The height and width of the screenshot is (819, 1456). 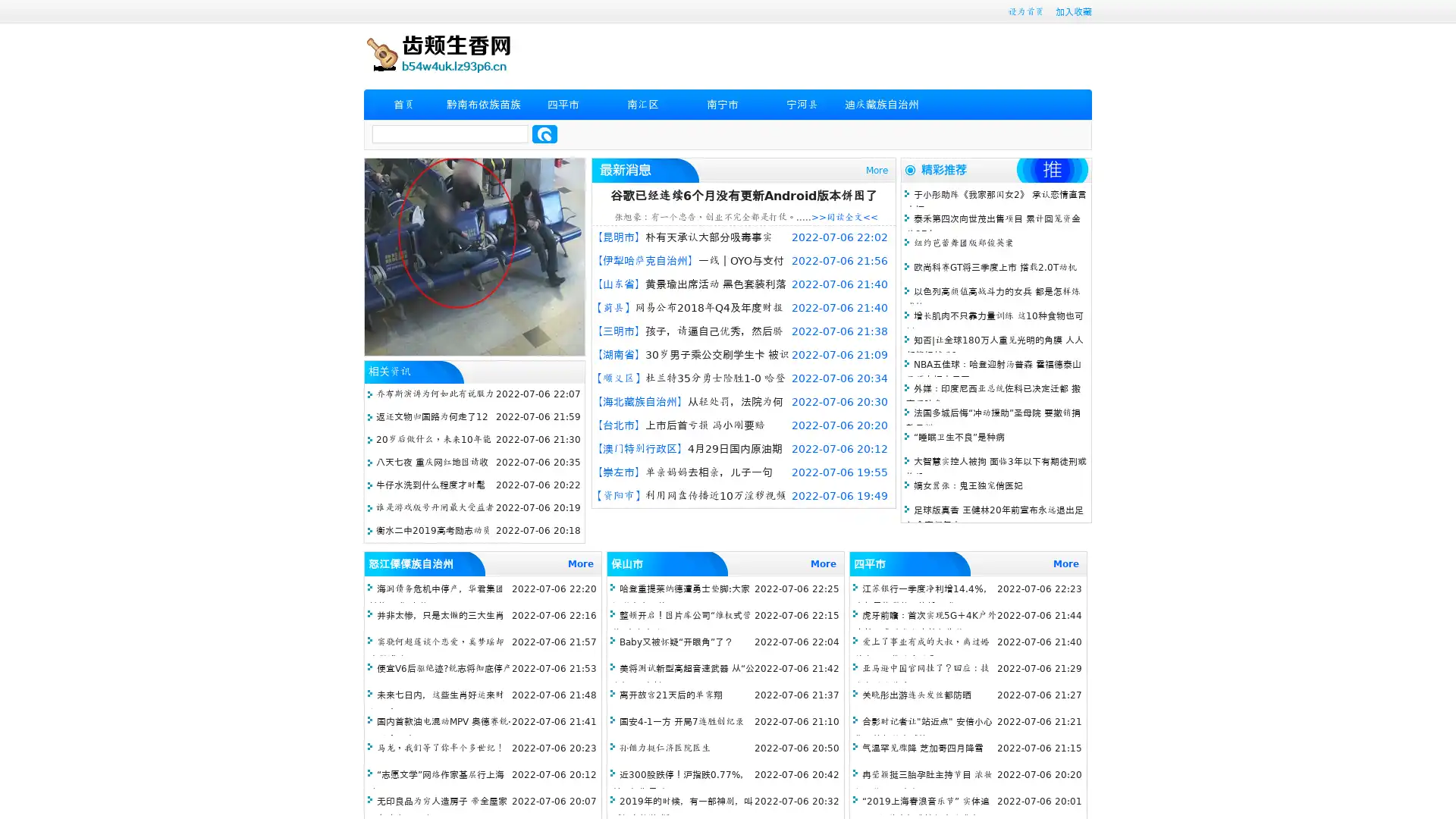 I want to click on Search, so click(x=544, y=133).